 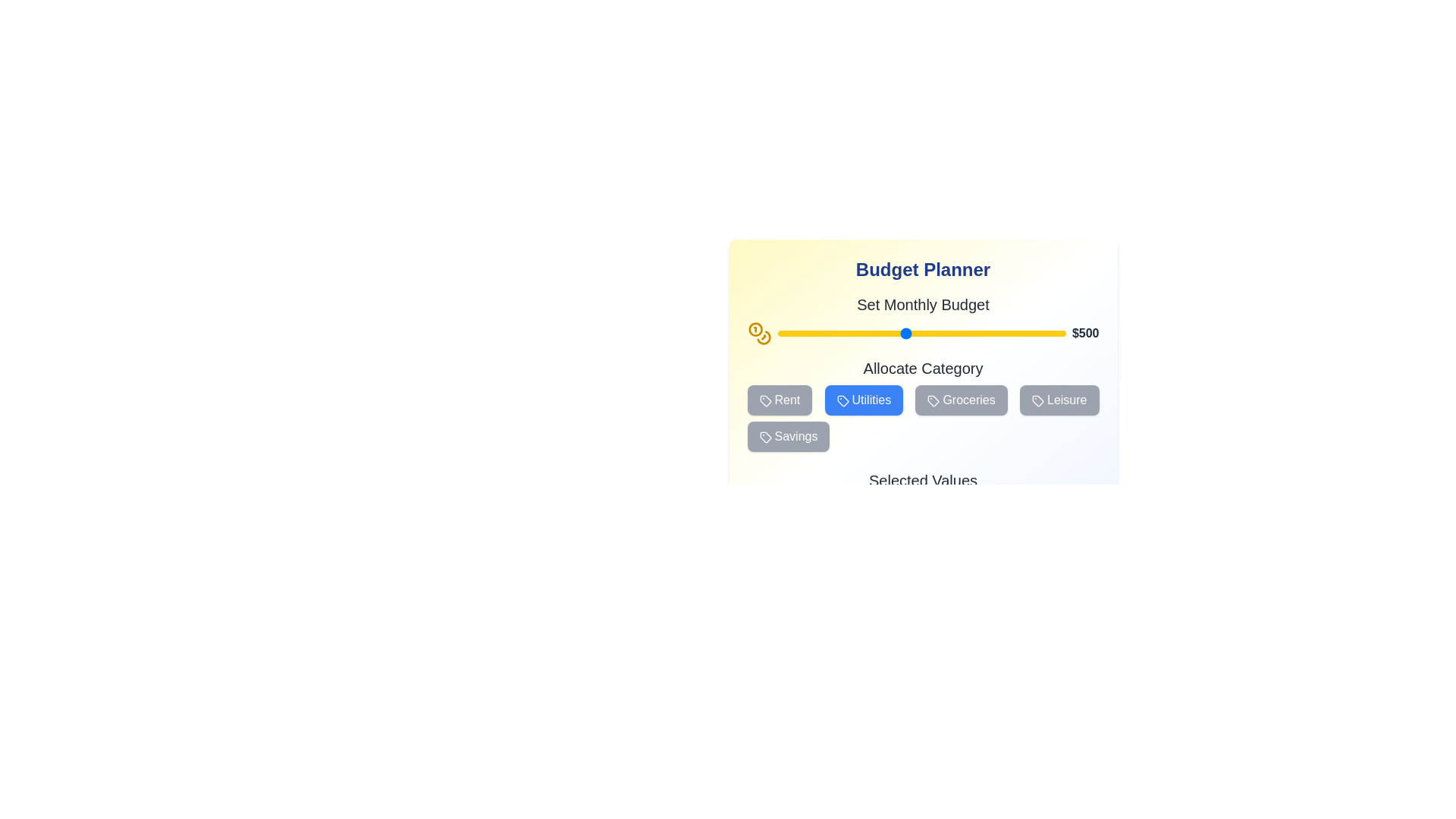 I want to click on the 'Rent' budget category button located in the lower part of the 'Budget Planner' card, so click(x=780, y=400).